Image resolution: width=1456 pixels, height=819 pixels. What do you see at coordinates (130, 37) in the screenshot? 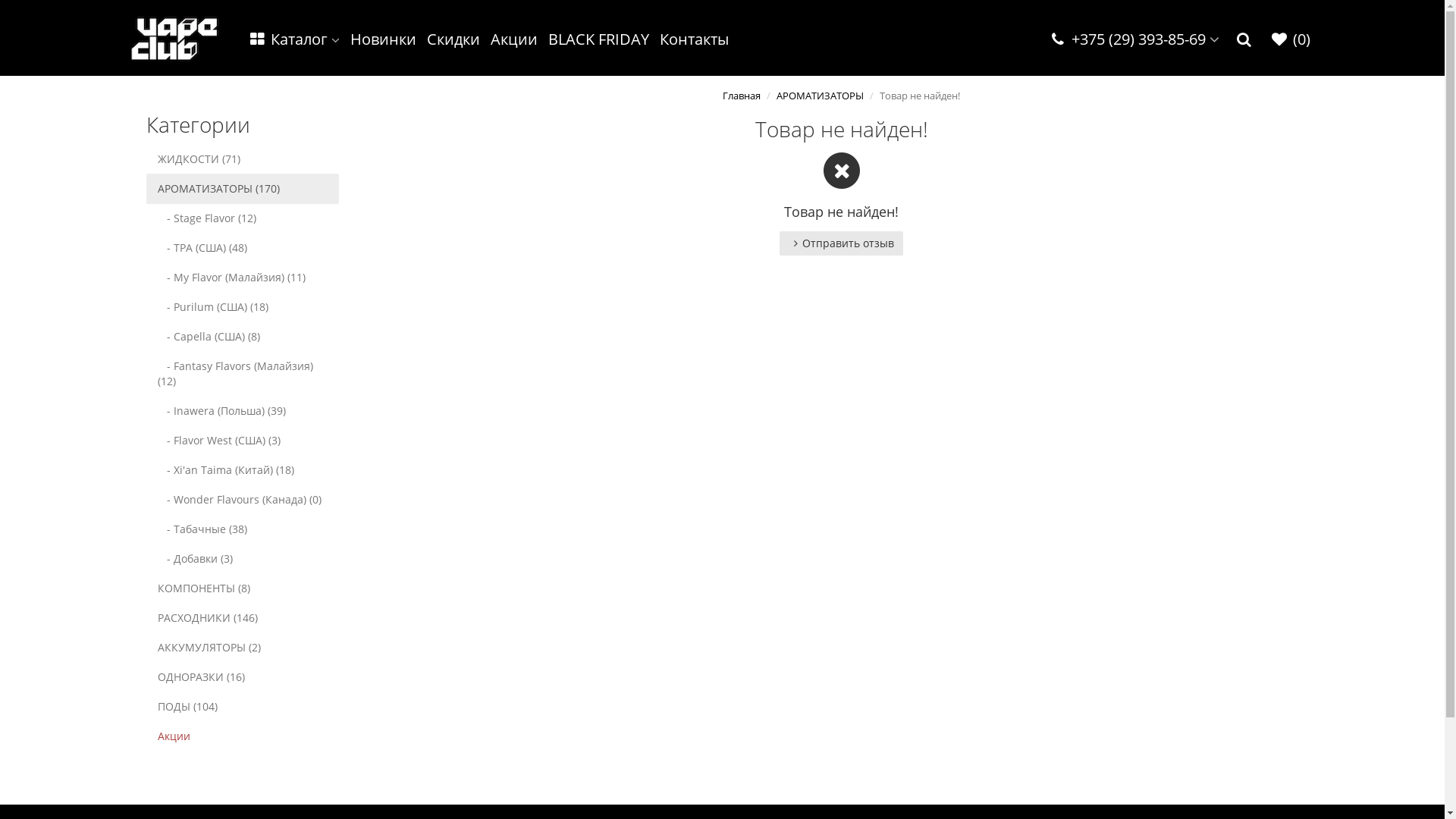
I see `'Vape Club'` at bounding box center [130, 37].